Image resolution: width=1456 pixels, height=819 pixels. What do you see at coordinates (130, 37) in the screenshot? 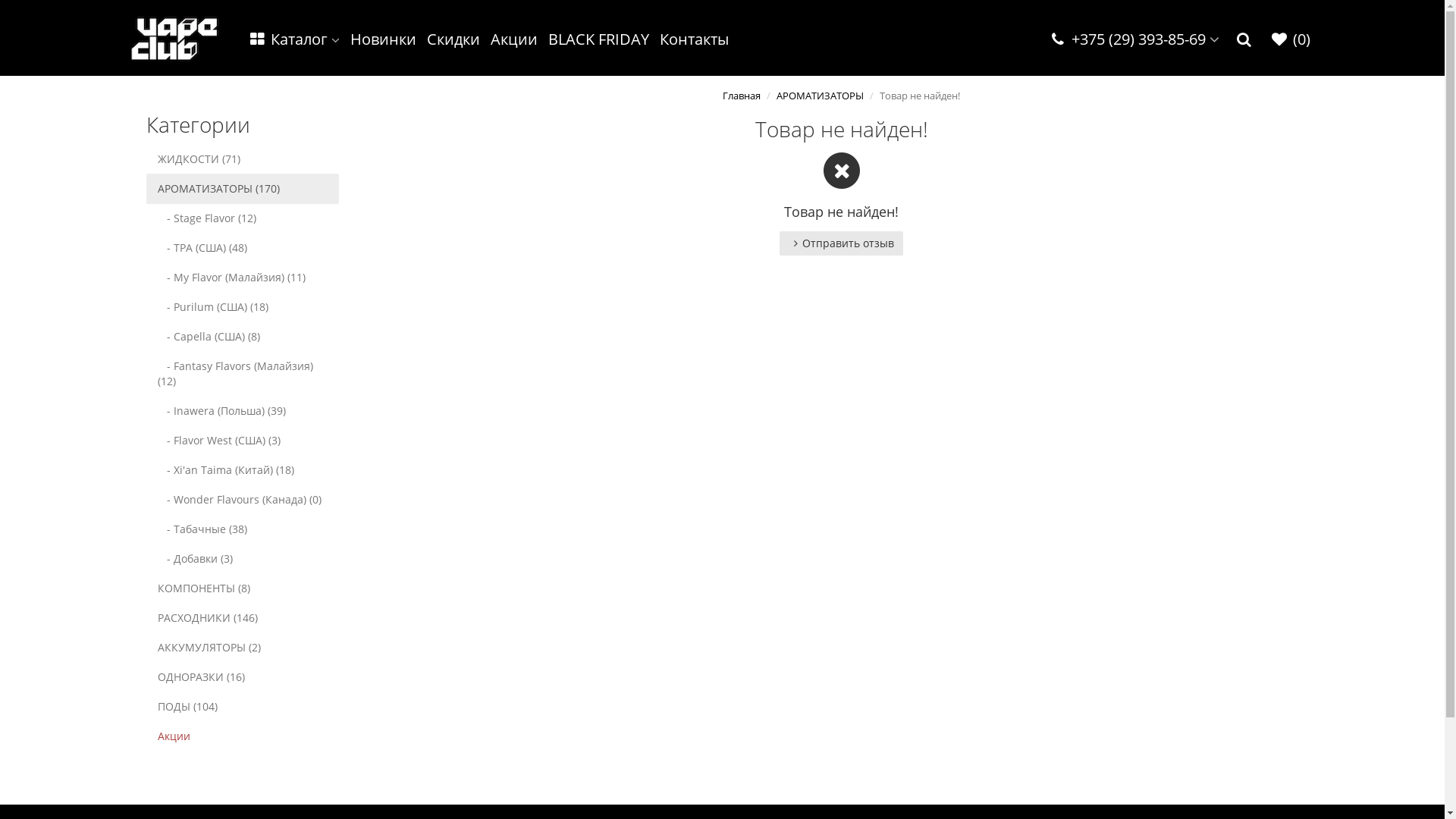
I see `'Vape Club'` at bounding box center [130, 37].